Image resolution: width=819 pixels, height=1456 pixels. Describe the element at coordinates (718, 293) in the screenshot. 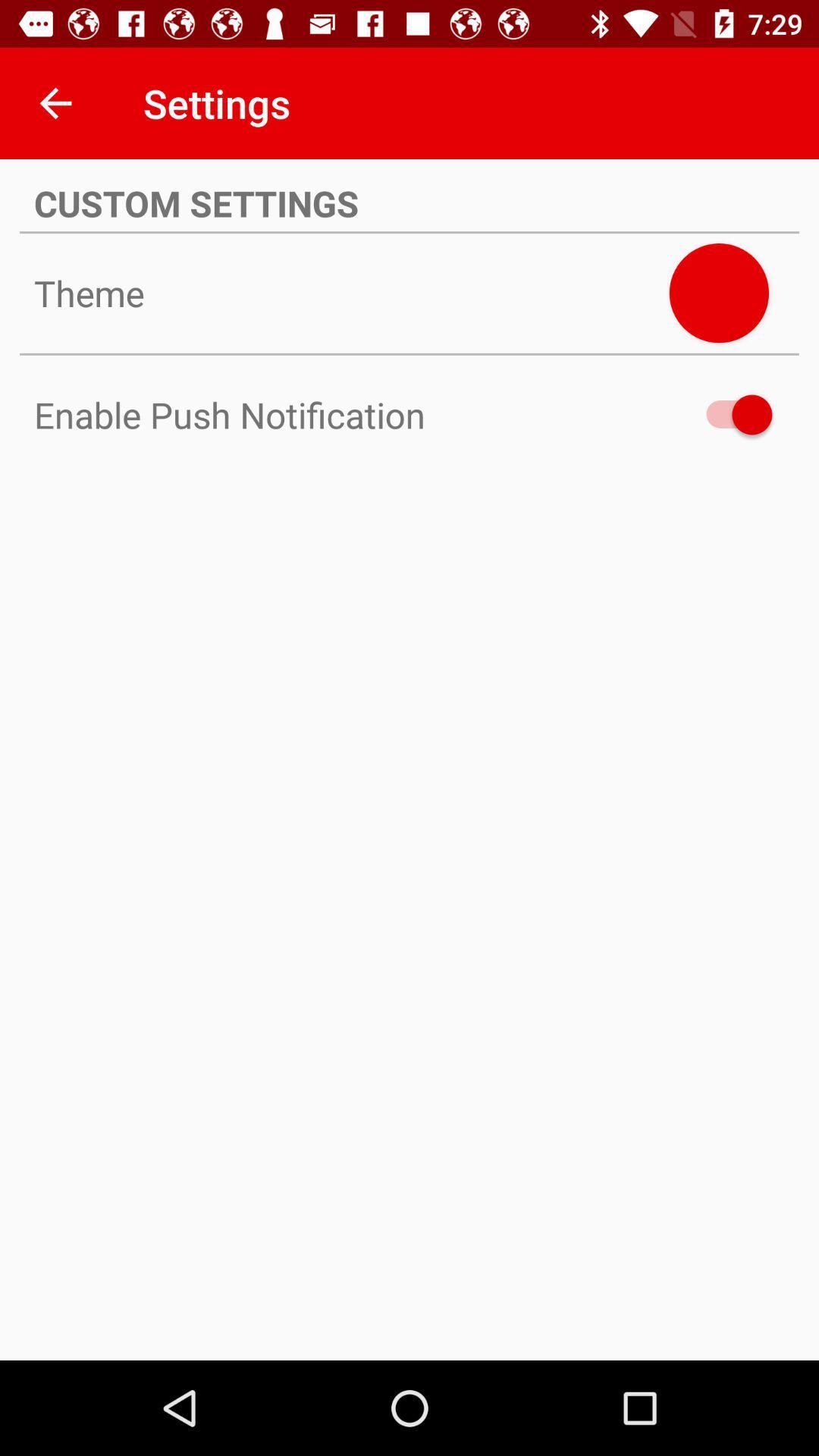

I see `enable push notification` at that location.